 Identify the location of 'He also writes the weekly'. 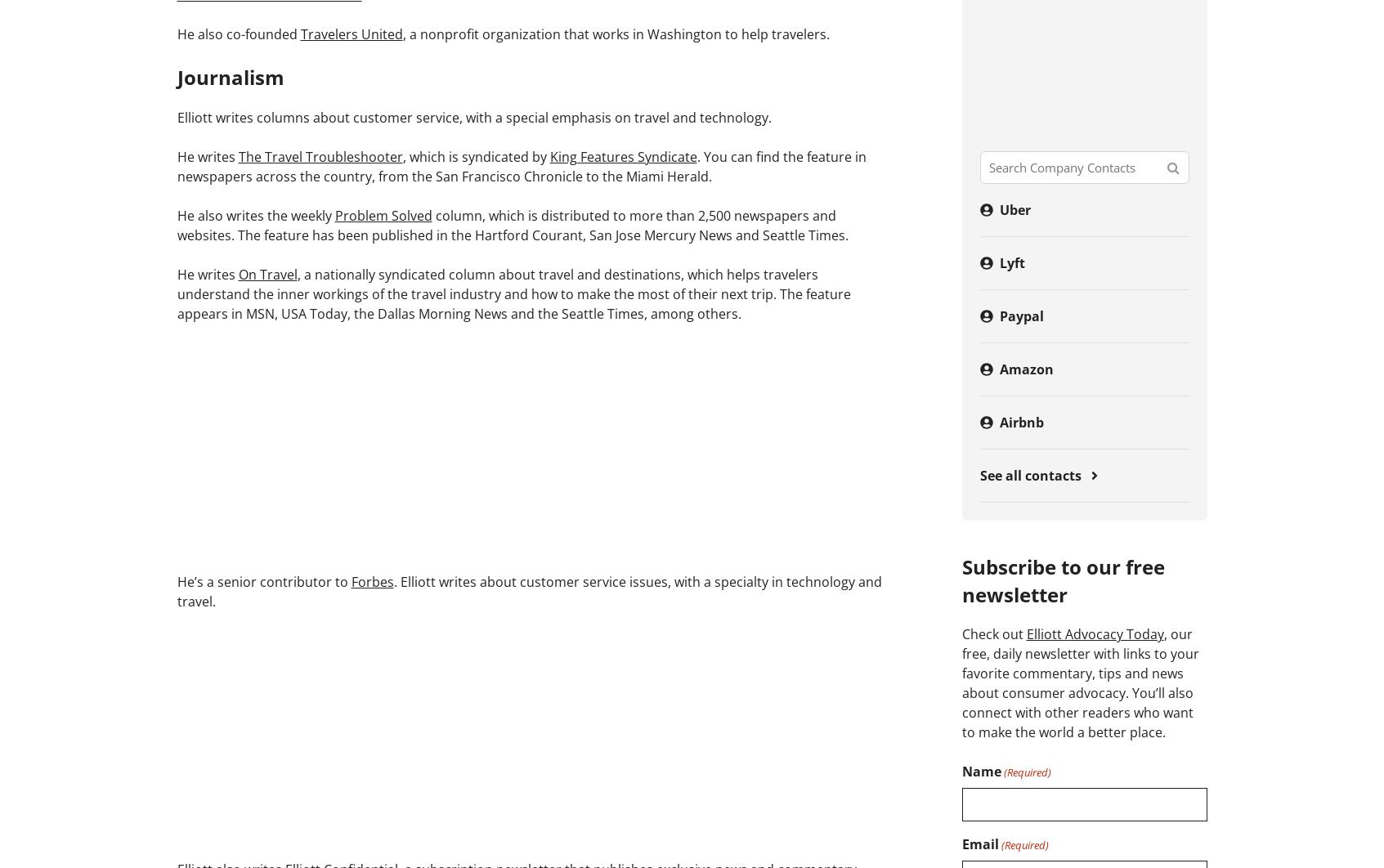
(254, 214).